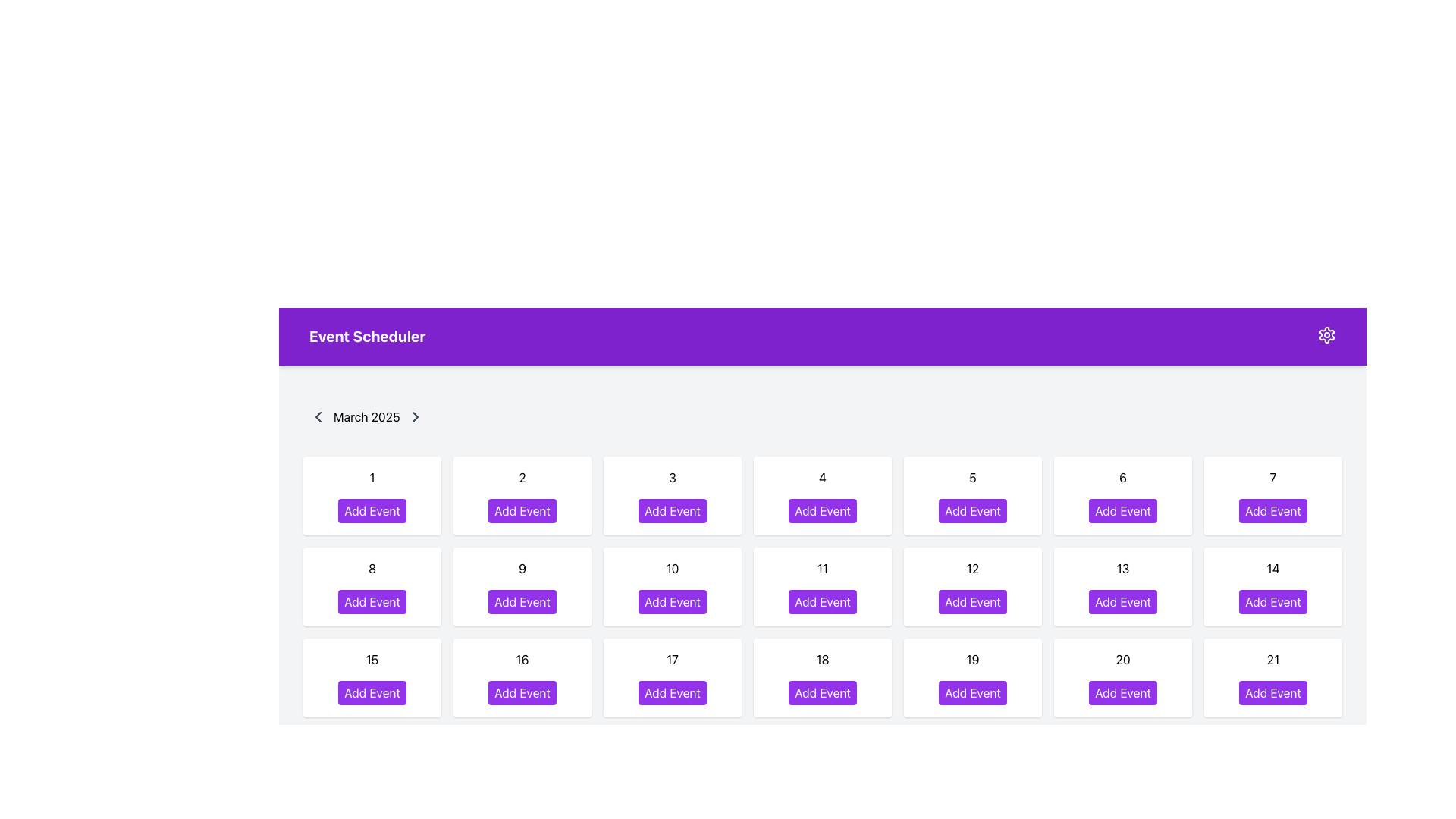  Describe the element at coordinates (522, 601) in the screenshot. I see `the button located in the calendar grid under date '9', which is in the third row and third column` at that location.